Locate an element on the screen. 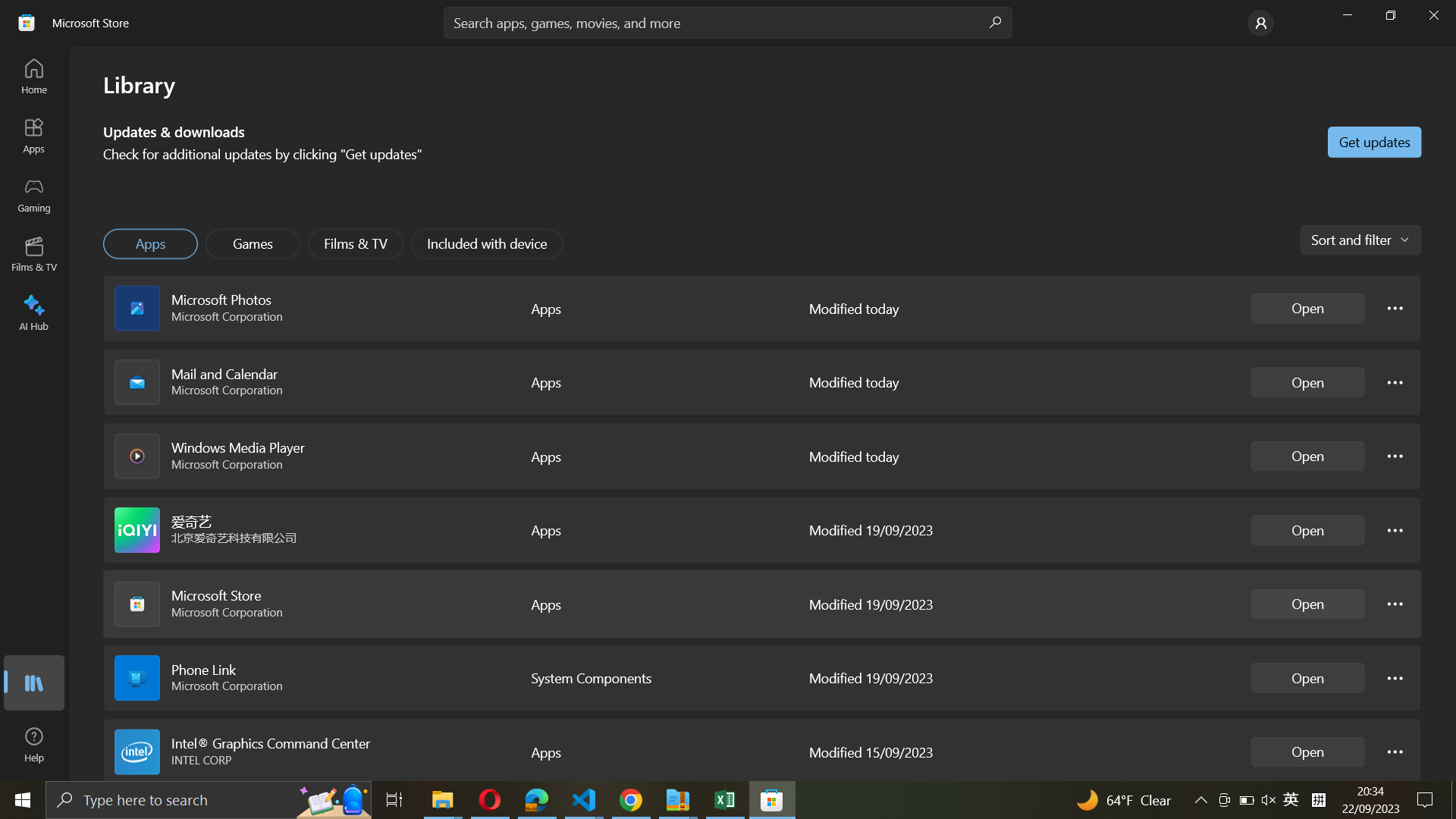 The width and height of the screenshot is (1456, 819). the Gaming portal is located at coordinates (36, 195).